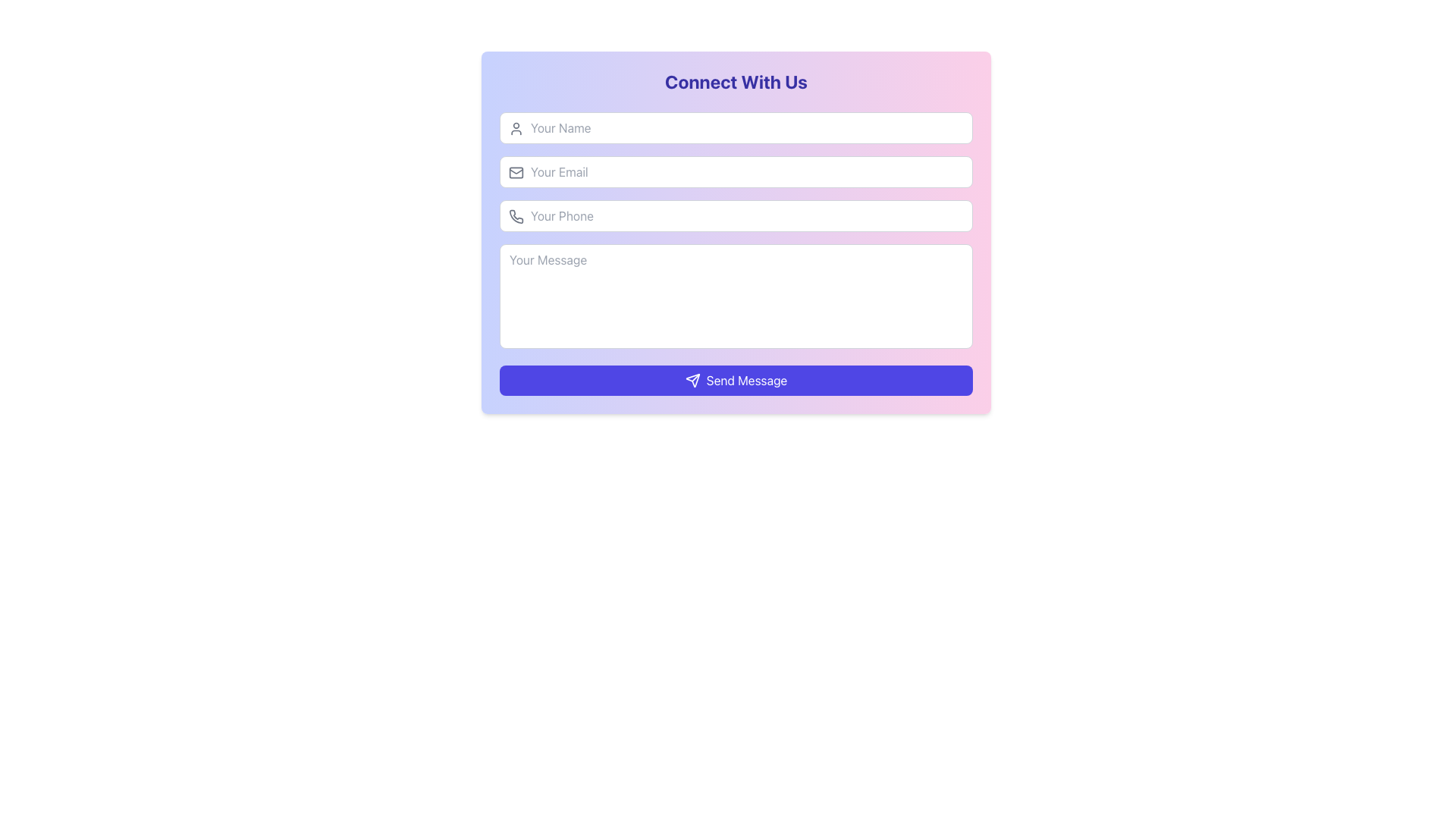  Describe the element at coordinates (516, 216) in the screenshot. I see `the phone number input field icon located at the top-left corner of the 'Your Phone' text input field in the contact form` at that location.